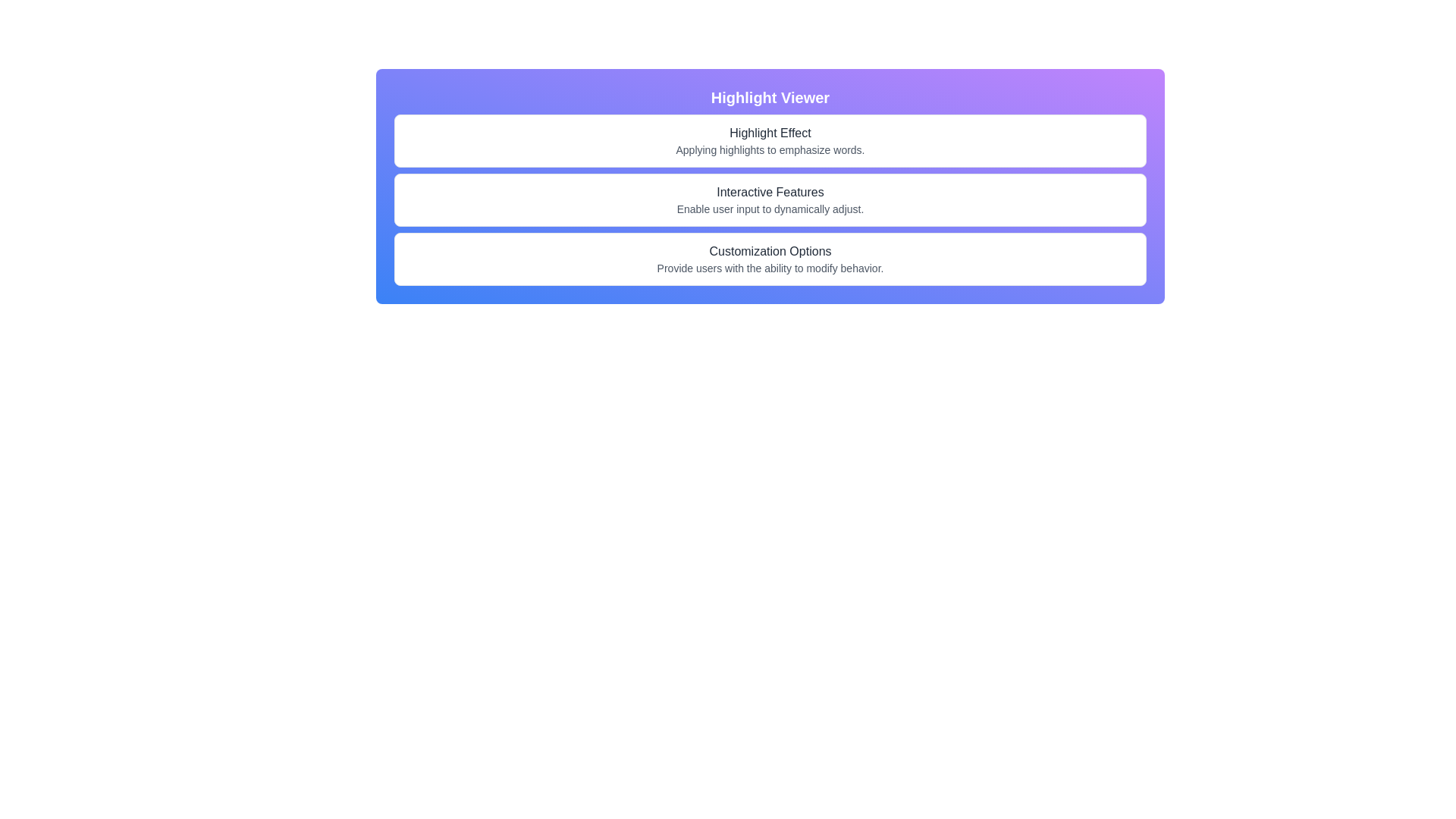  What do you see at coordinates (728, 250) in the screenshot?
I see `the red letter 's' in 'Customization Options' to trigger the underline effect` at bounding box center [728, 250].